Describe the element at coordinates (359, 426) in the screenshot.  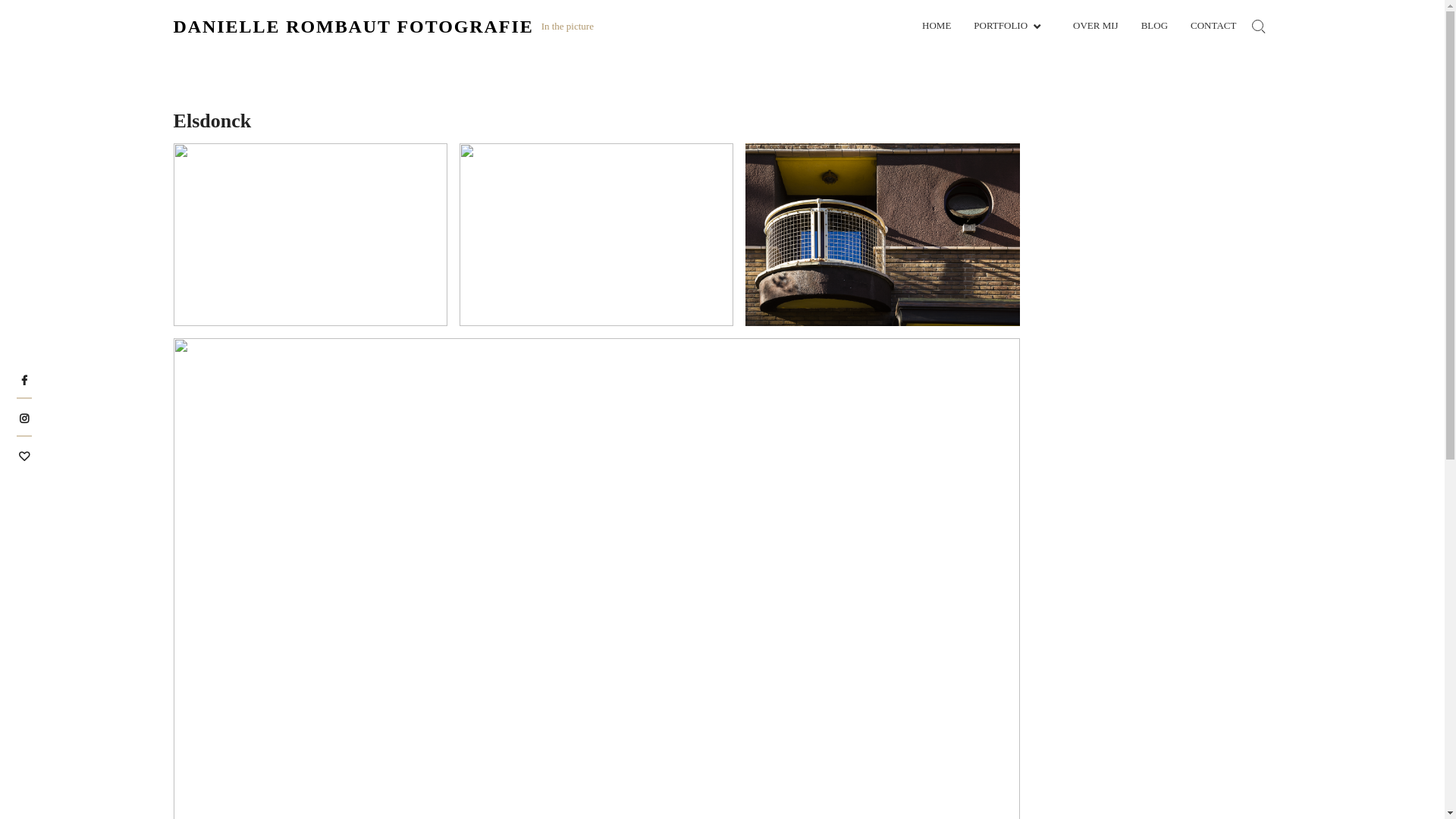
I see `'Search'` at that location.